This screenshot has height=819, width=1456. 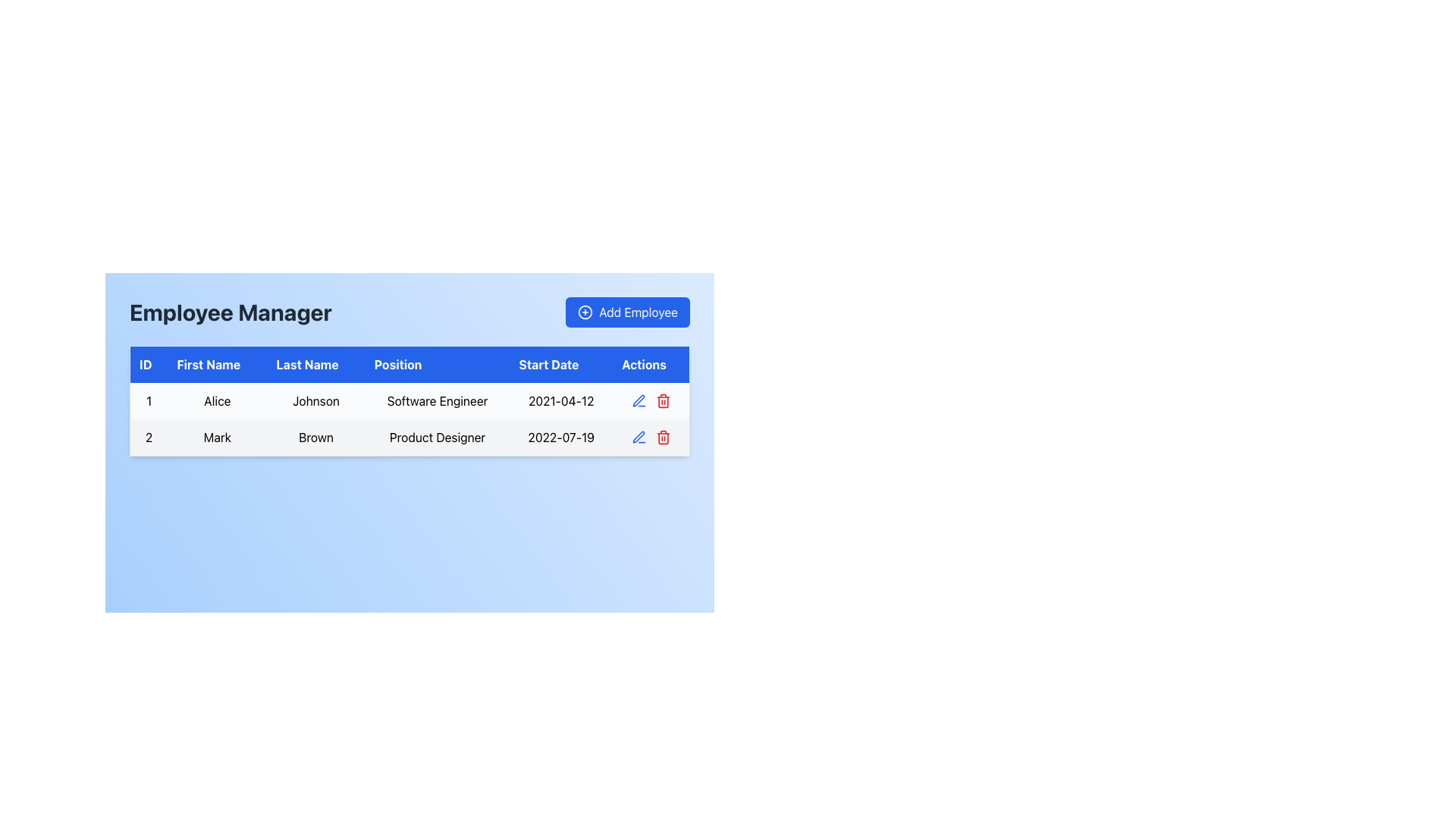 What do you see at coordinates (560, 400) in the screenshot?
I see `the text label displaying the start date of Alice Johnson, a Software Engineer, located in the 'Start Date' column of the first row of the table` at bounding box center [560, 400].